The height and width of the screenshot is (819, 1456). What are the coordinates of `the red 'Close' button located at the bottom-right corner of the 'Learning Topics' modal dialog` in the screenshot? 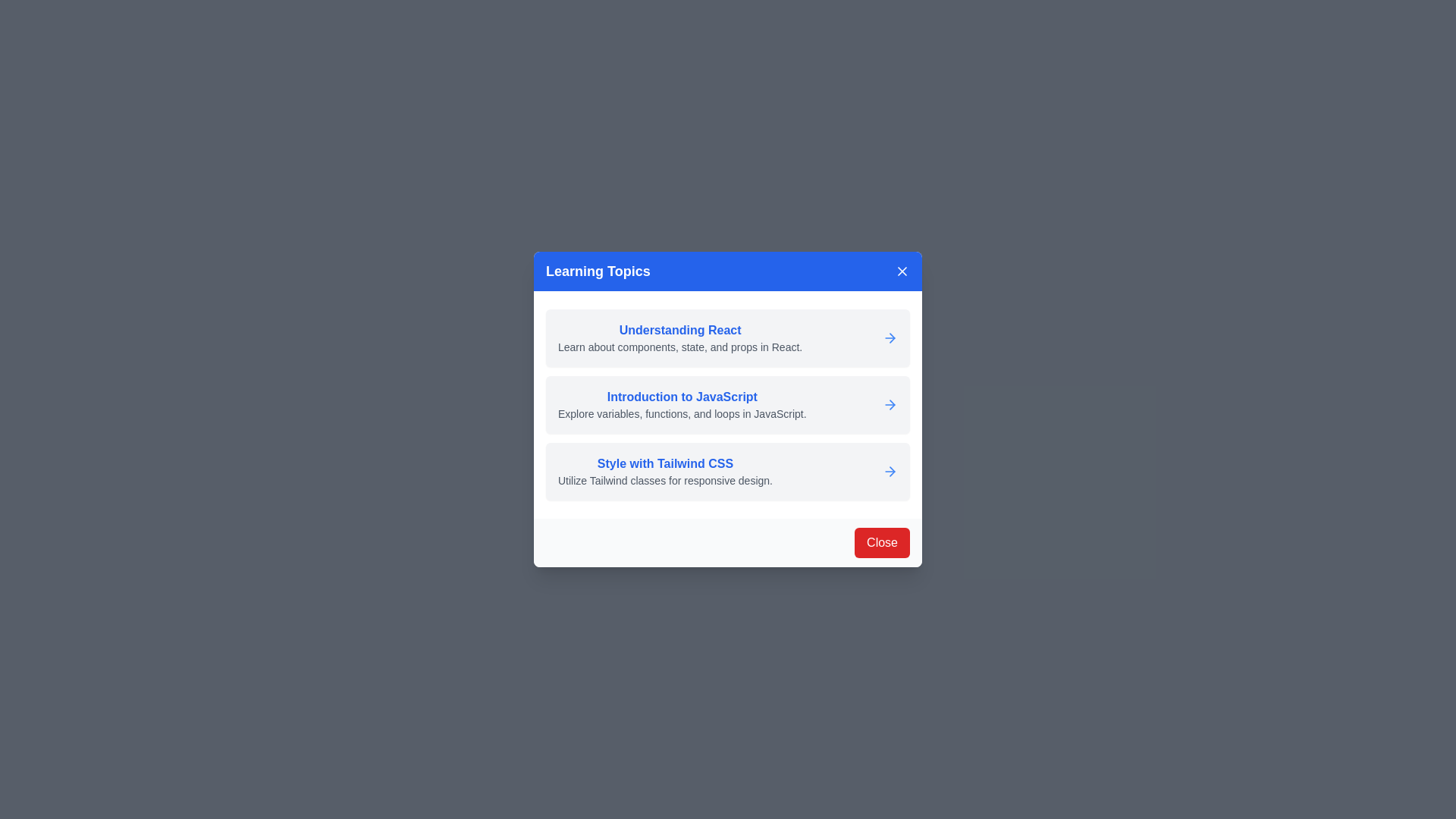 It's located at (882, 542).